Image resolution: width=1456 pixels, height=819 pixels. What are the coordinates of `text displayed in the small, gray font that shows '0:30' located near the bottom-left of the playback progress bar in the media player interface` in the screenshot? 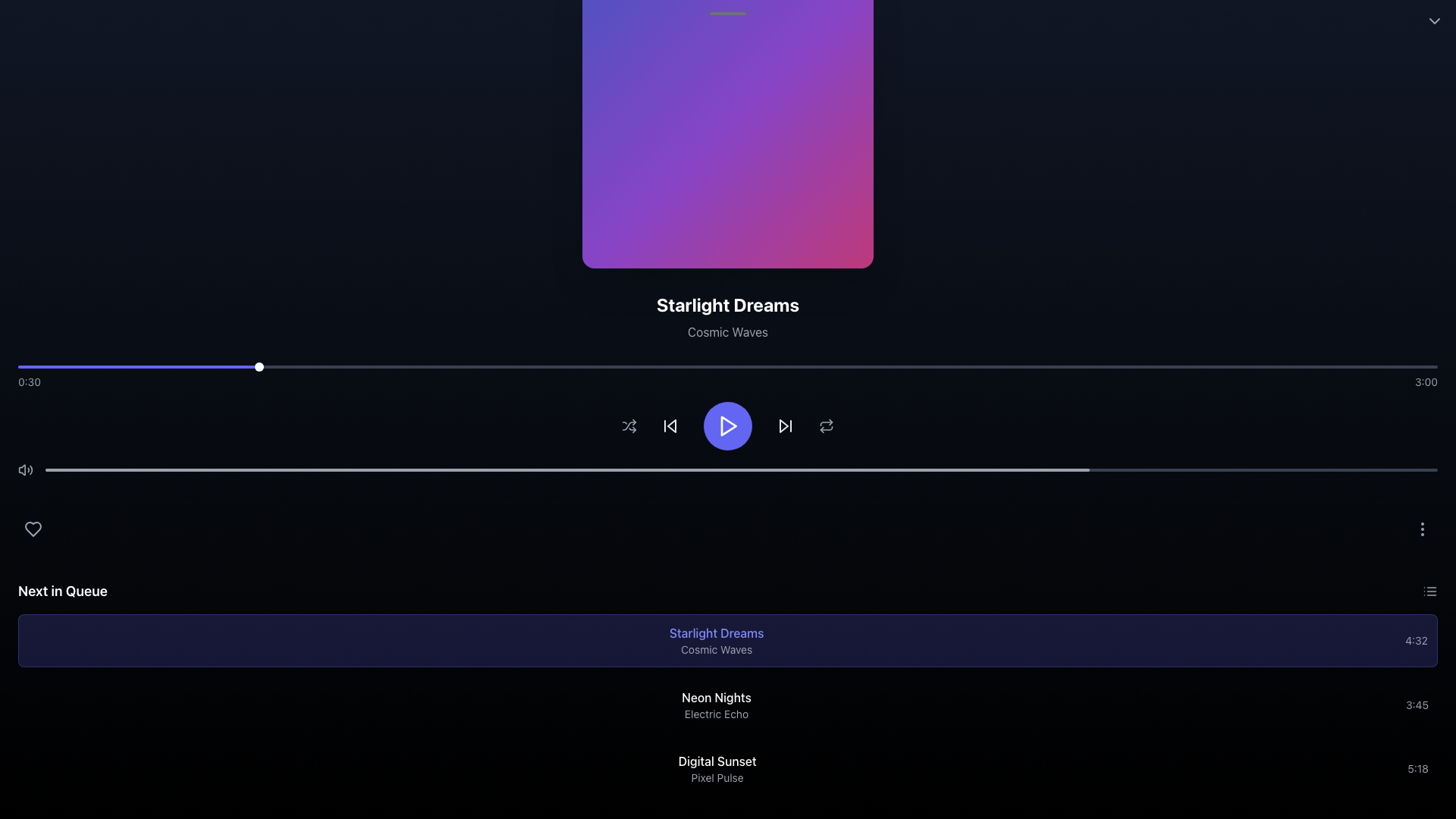 It's located at (29, 381).